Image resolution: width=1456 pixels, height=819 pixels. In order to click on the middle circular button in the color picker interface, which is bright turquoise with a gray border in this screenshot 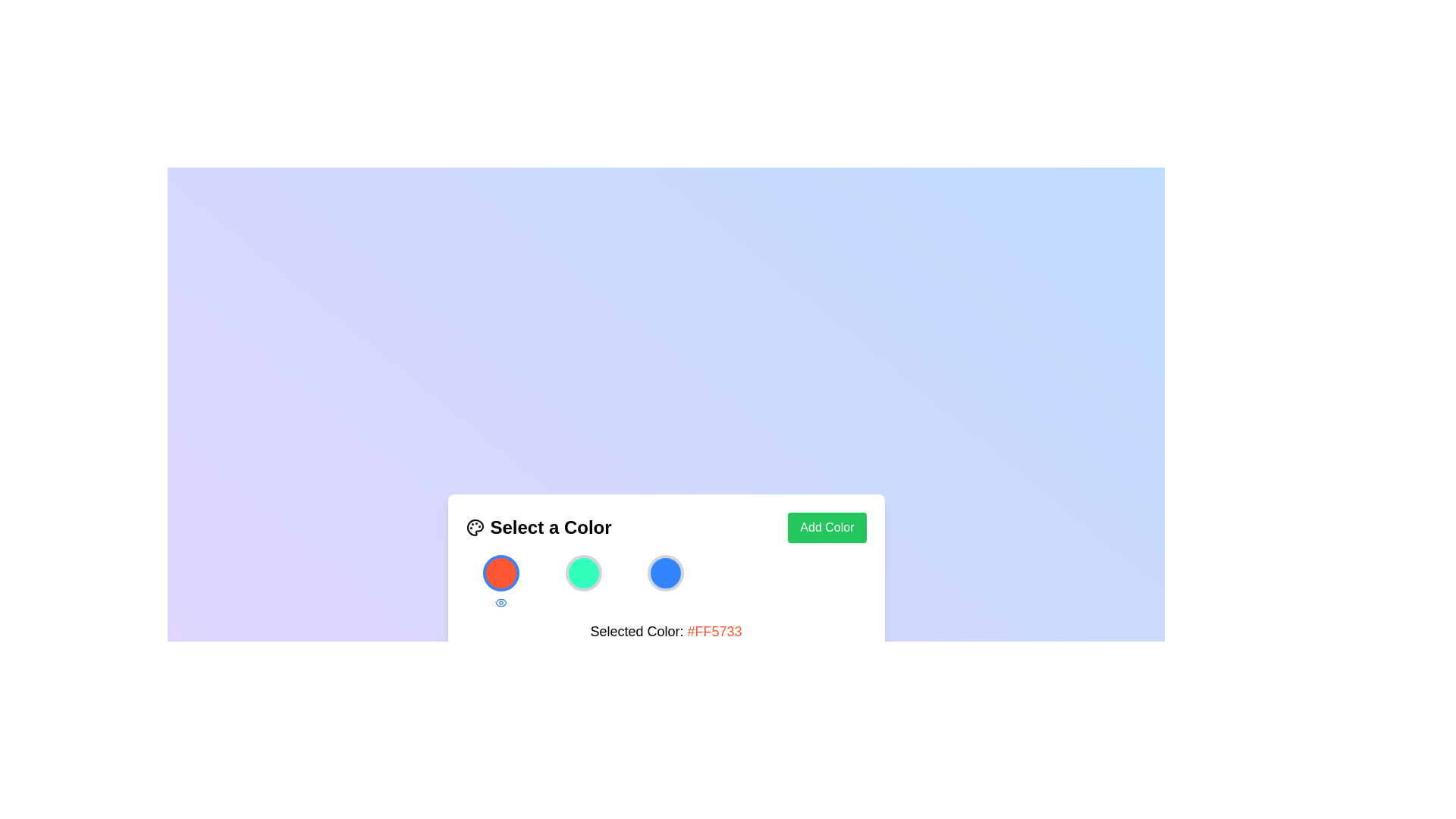, I will do `click(582, 573)`.